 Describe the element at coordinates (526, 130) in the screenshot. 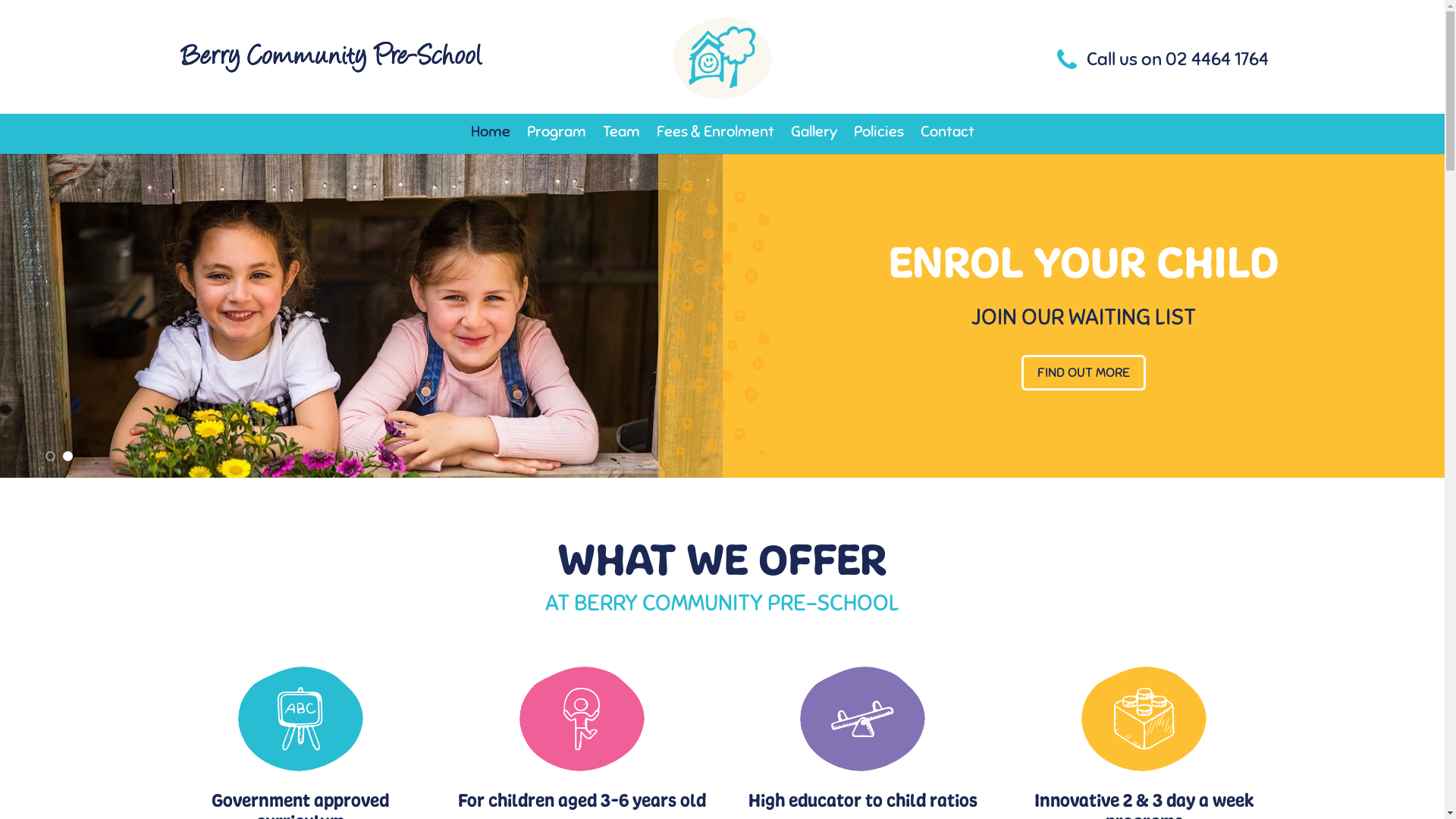

I see `'Program'` at that location.